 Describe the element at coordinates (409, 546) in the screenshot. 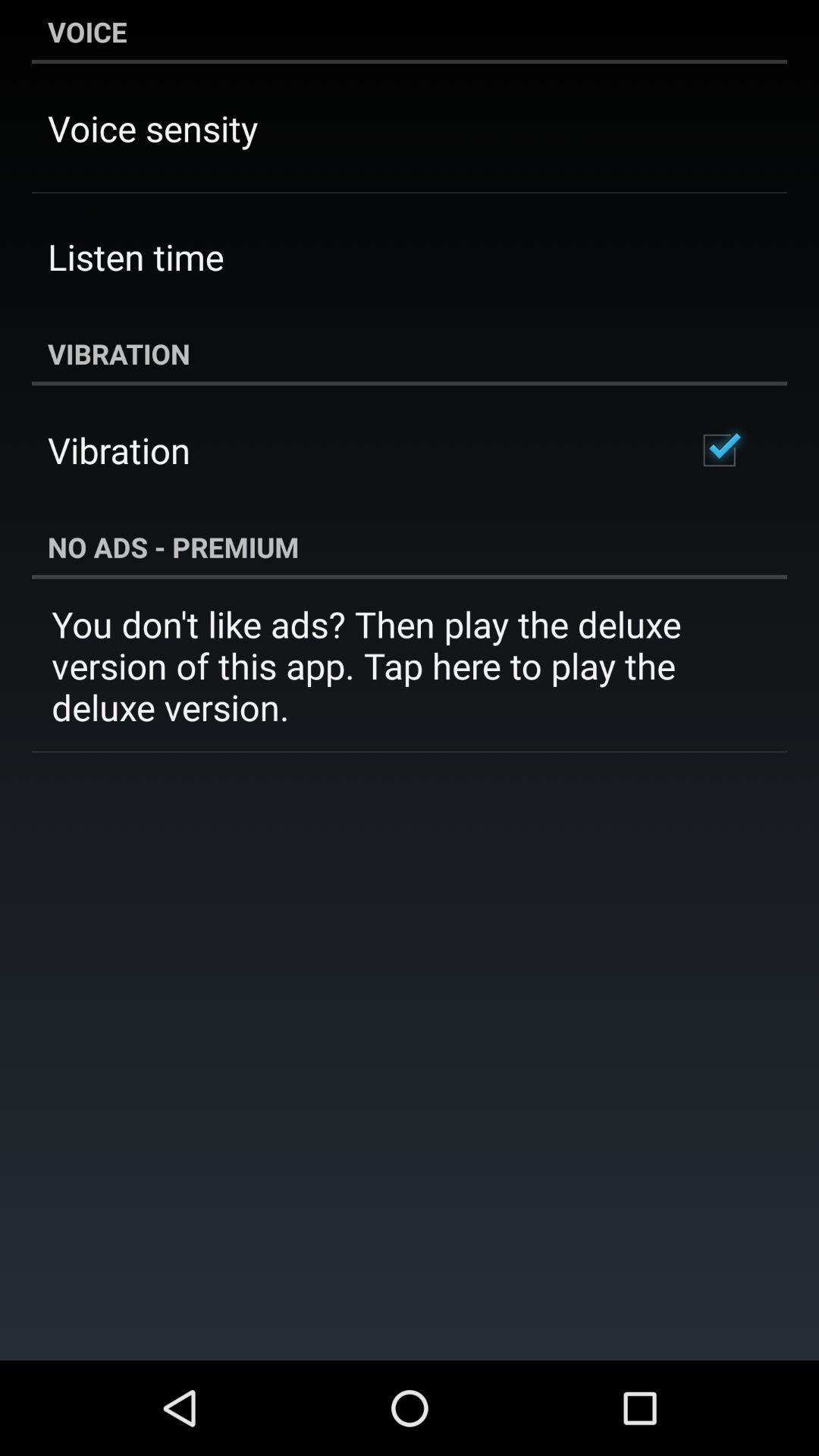

I see `no ads - premium` at that location.